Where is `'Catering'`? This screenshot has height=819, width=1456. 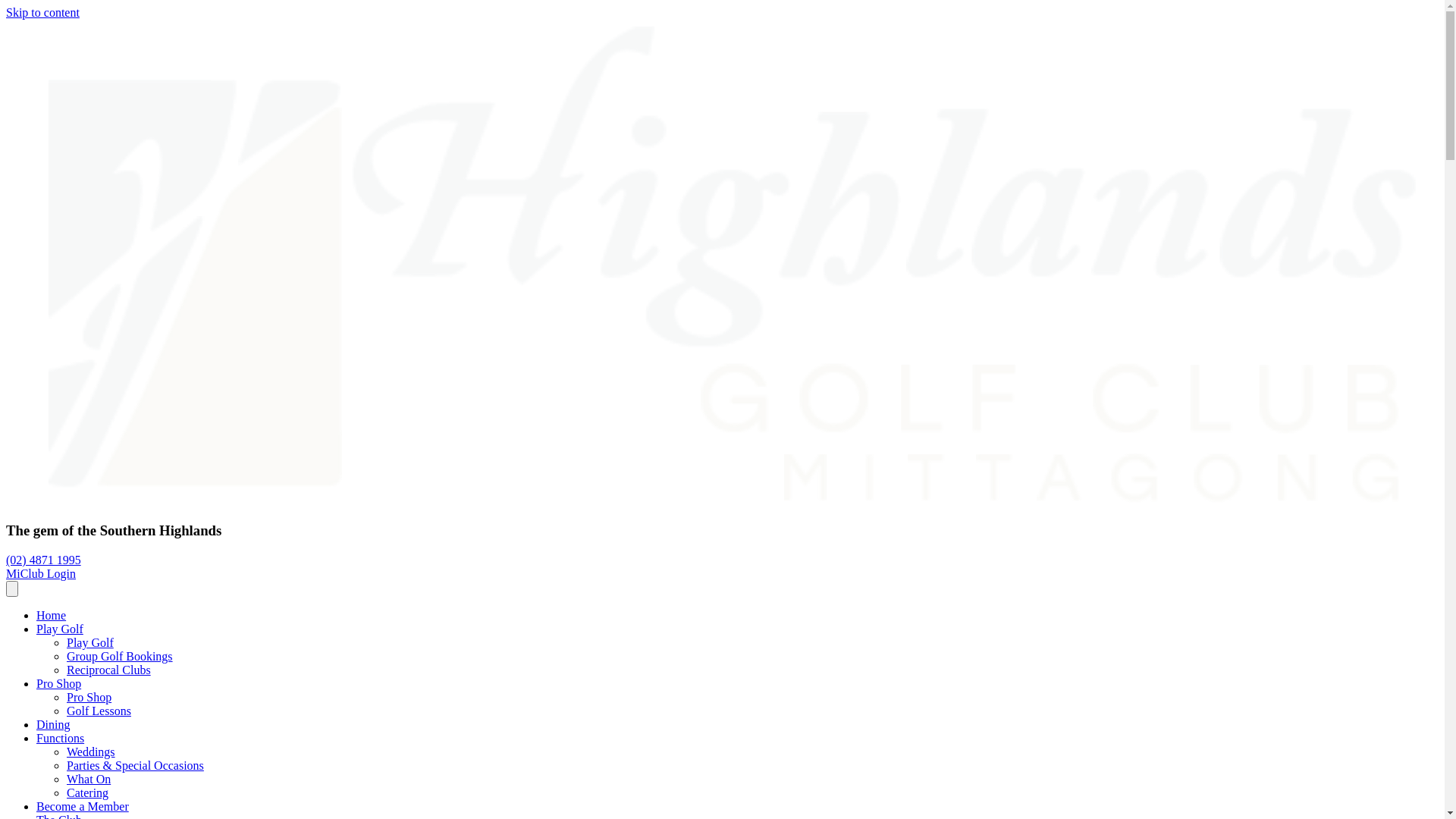
'Catering' is located at coordinates (86, 792).